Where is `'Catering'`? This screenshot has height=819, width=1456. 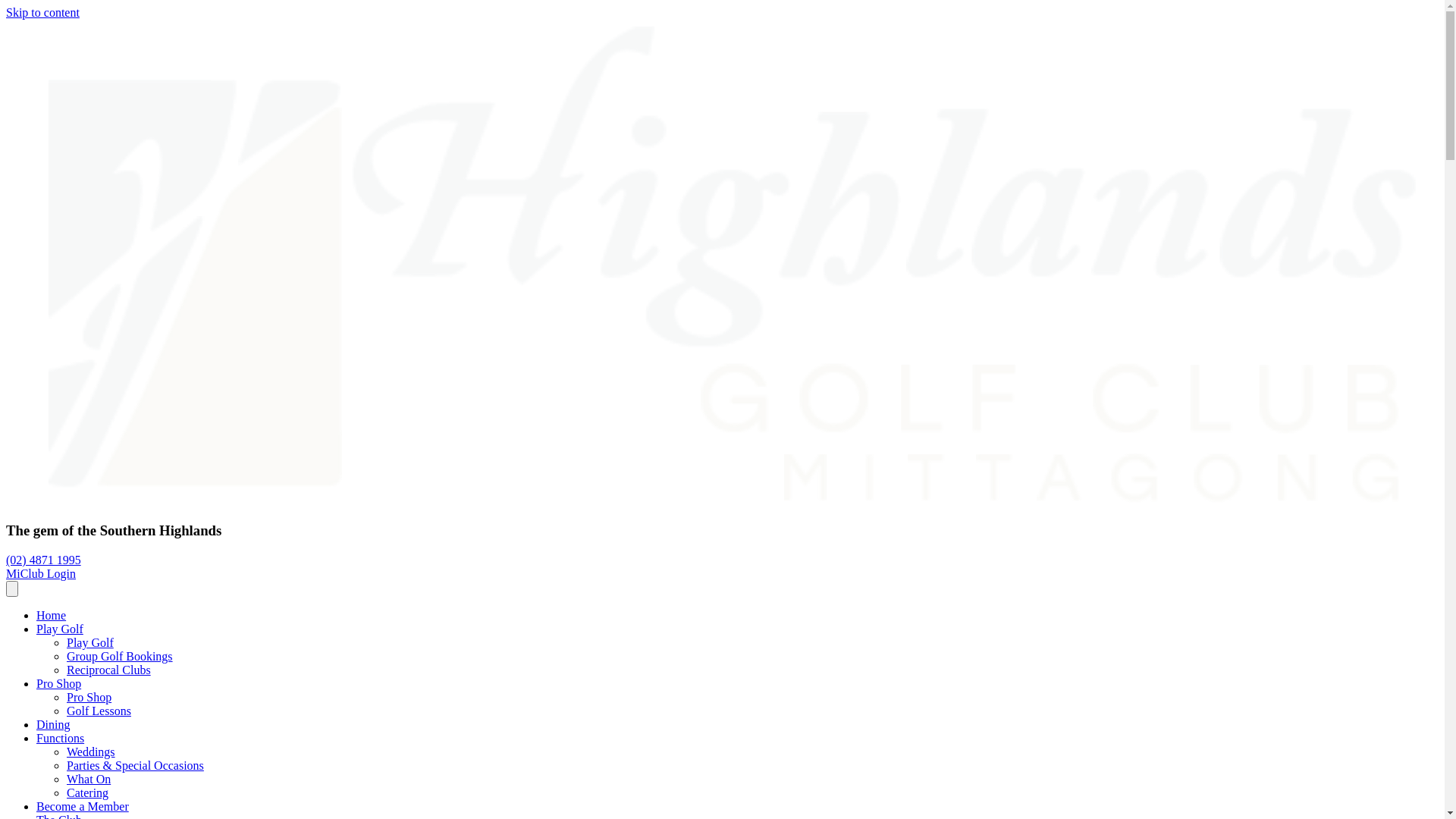
'Catering' is located at coordinates (86, 792).